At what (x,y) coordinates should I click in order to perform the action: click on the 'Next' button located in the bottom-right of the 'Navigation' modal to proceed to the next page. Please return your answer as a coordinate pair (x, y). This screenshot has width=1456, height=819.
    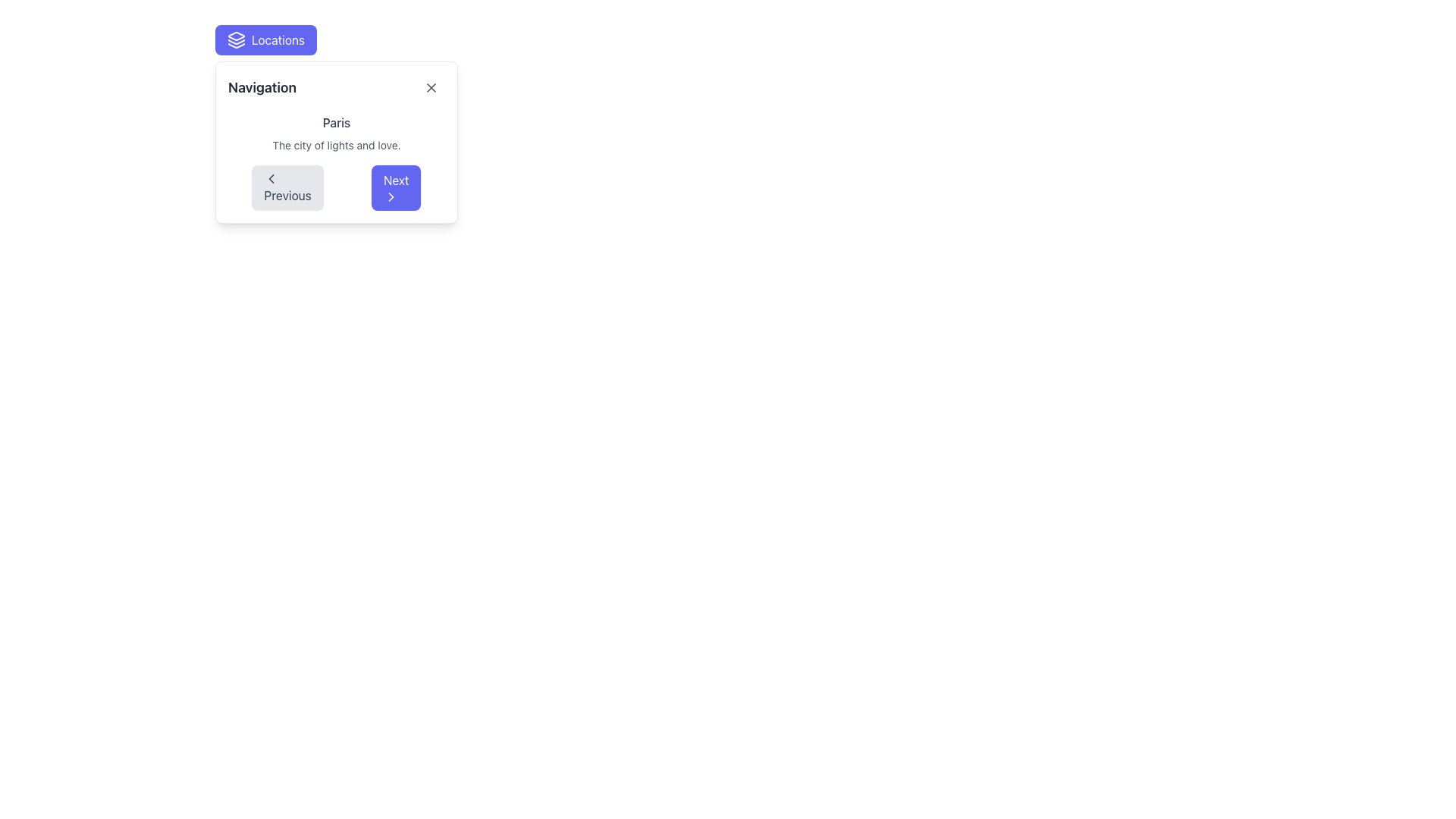
    Looking at the image, I should click on (396, 187).